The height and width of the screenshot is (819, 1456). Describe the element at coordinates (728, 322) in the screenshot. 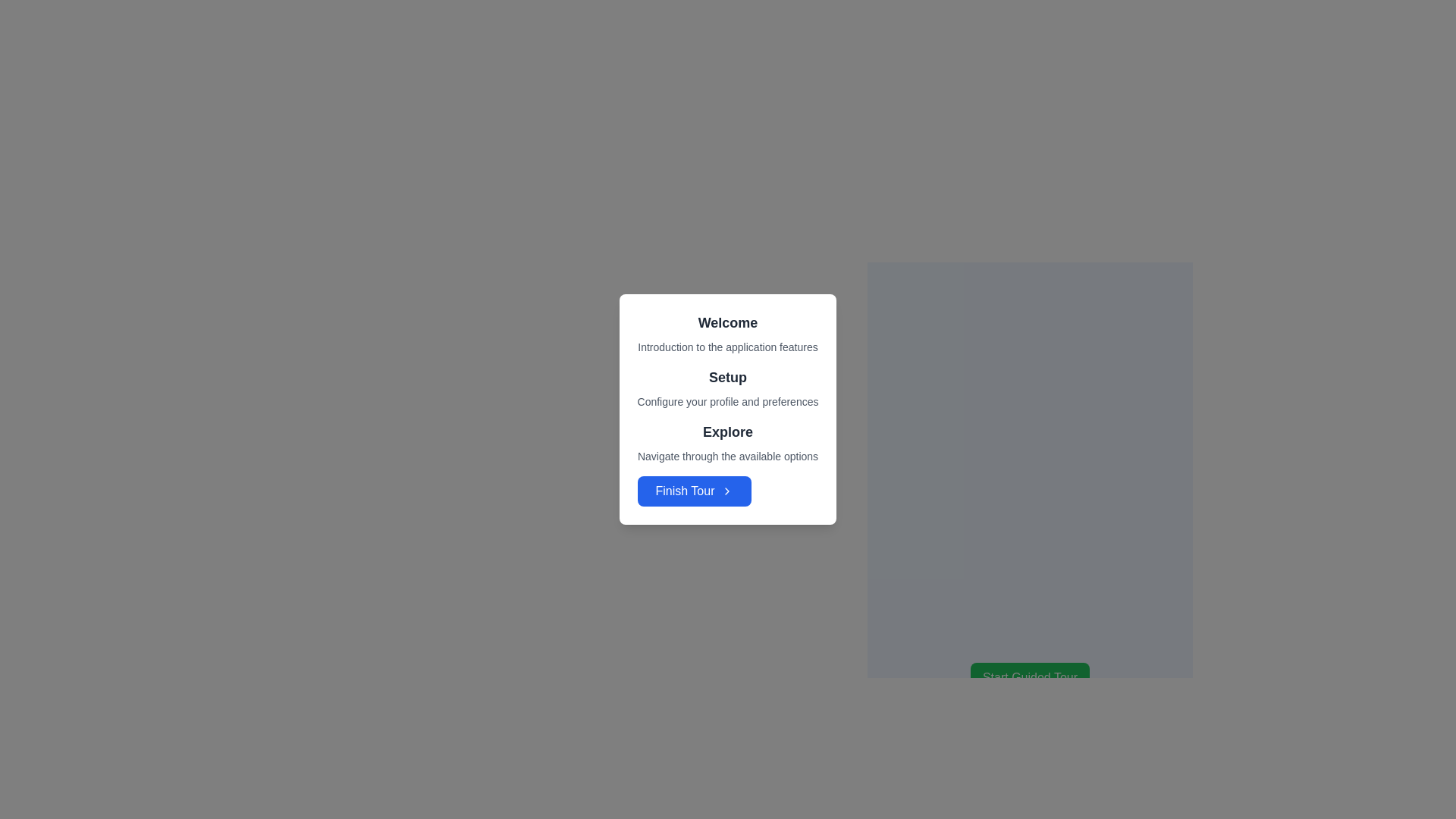

I see `introductory Text header that serves as a welcome message, centrally positioned at the top of the application's interface` at that location.